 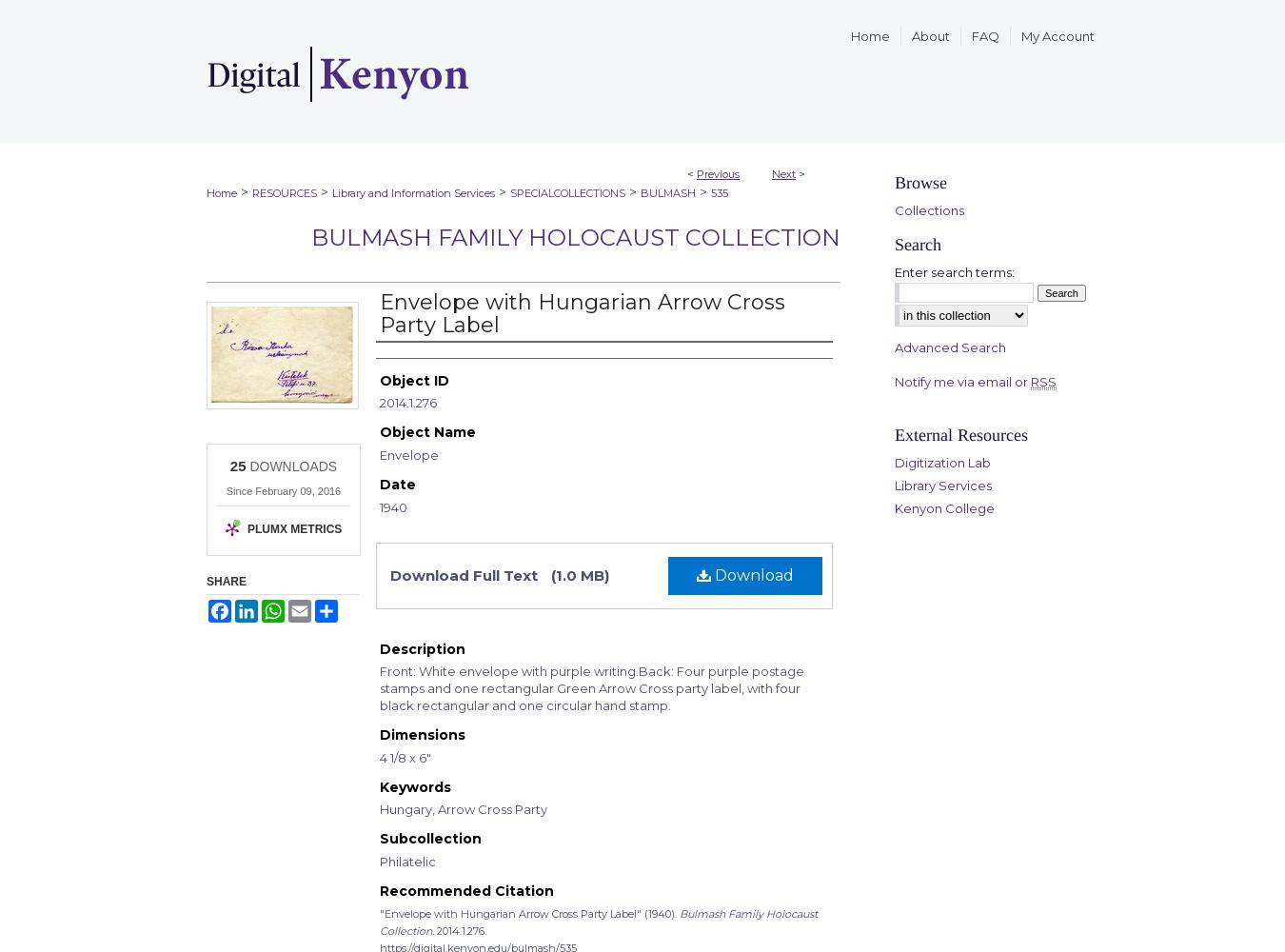 I want to click on 'Next', so click(x=783, y=174).